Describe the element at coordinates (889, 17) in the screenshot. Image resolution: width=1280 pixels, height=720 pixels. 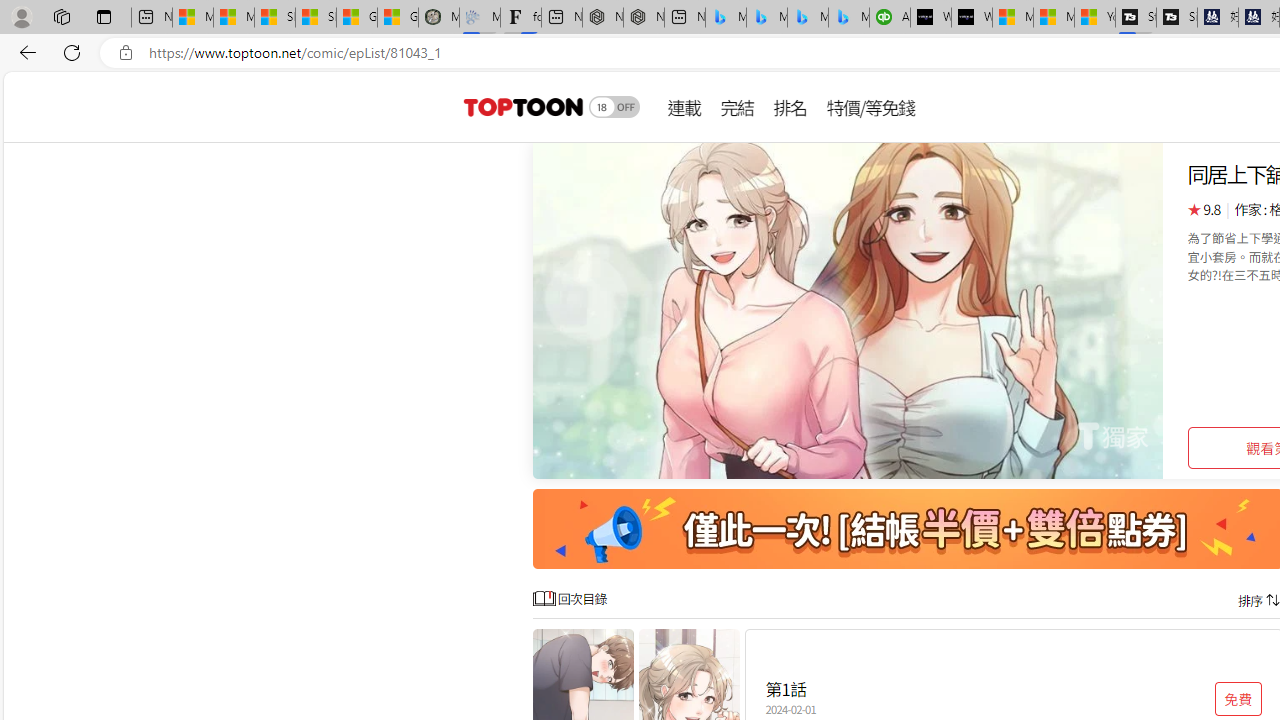
I see `'Accounting Software for Accountants, CPAs and Bookkeepers'` at that location.